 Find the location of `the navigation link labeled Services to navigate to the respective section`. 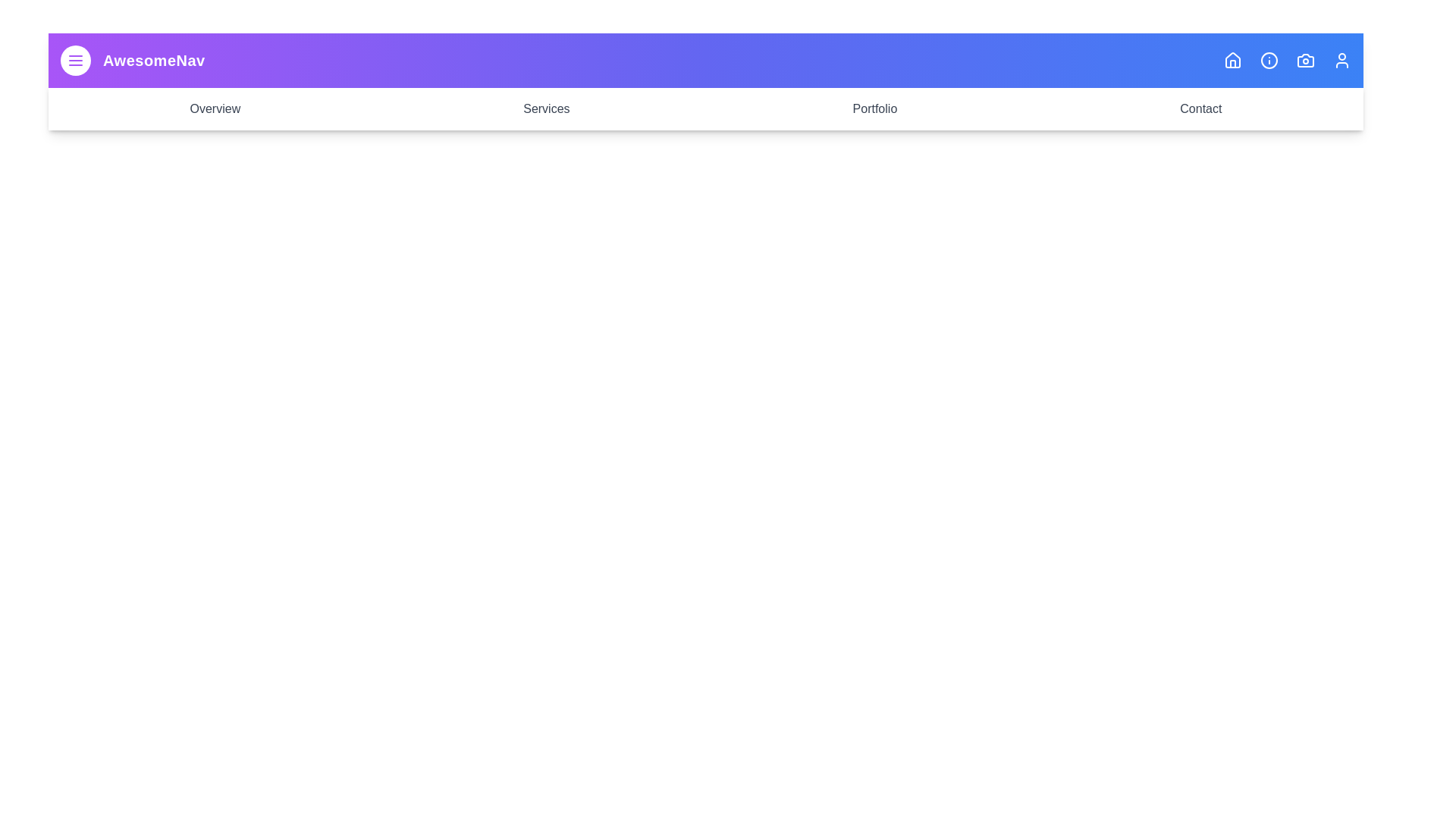

the navigation link labeled Services to navigate to the respective section is located at coordinates (546, 108).